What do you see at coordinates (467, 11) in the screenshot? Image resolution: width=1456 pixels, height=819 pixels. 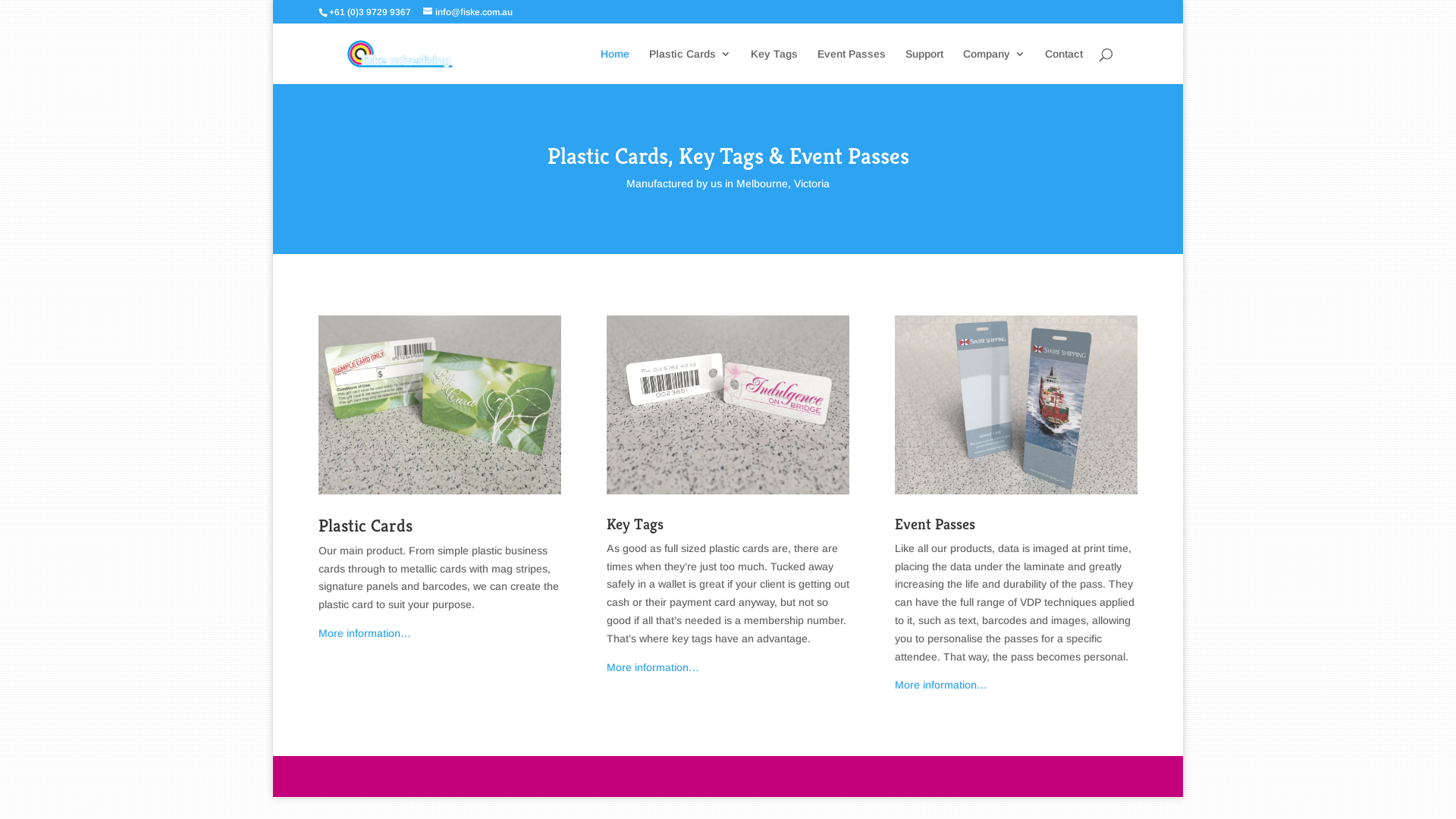 I see `'info@fiske.com.au'` at bounding box center [467, 11].